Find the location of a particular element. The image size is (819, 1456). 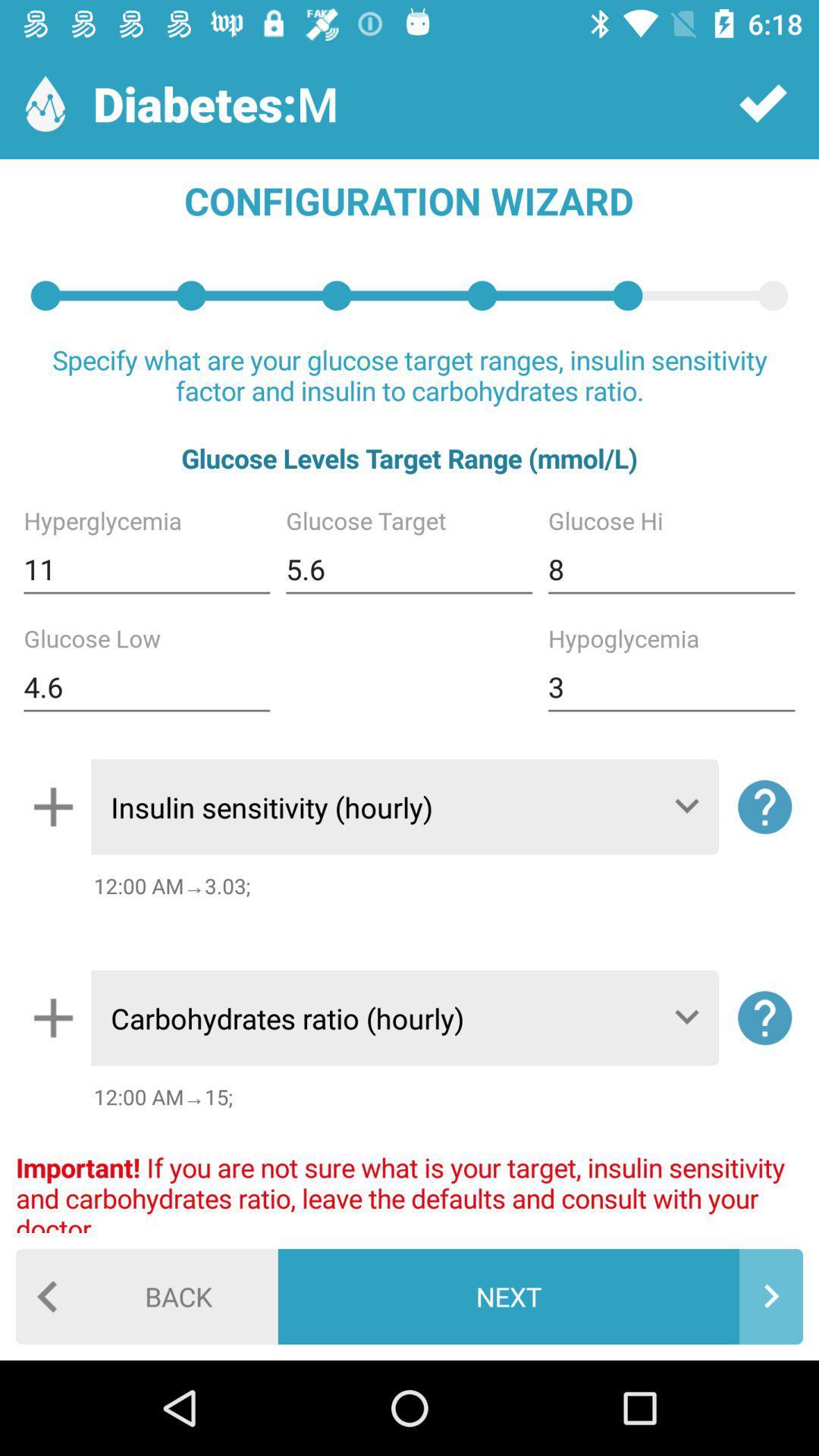

the back item is located at coordinates (146, 1295).